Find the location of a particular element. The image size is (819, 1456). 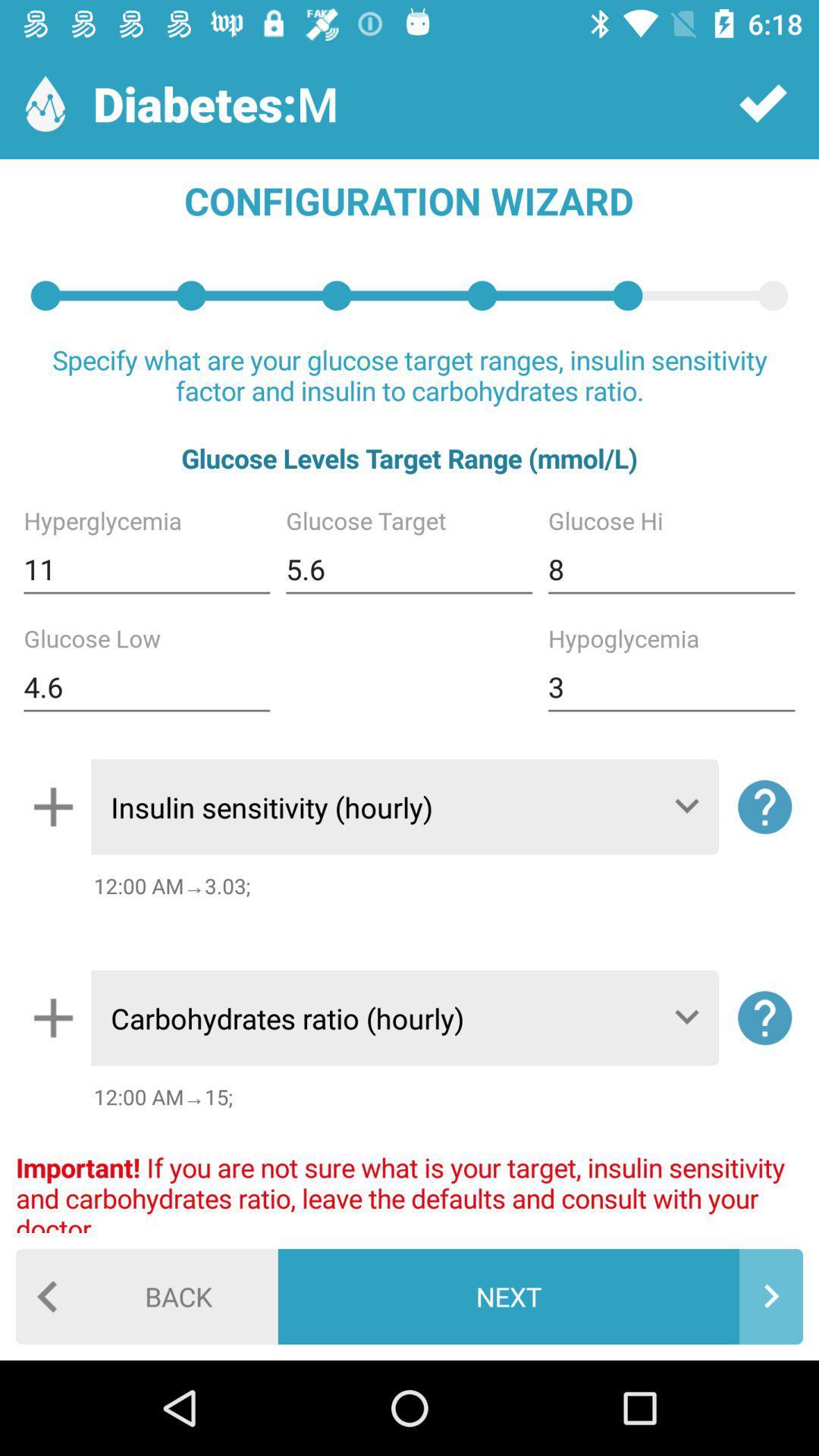

the back item is located at coordinates (146, 1295).